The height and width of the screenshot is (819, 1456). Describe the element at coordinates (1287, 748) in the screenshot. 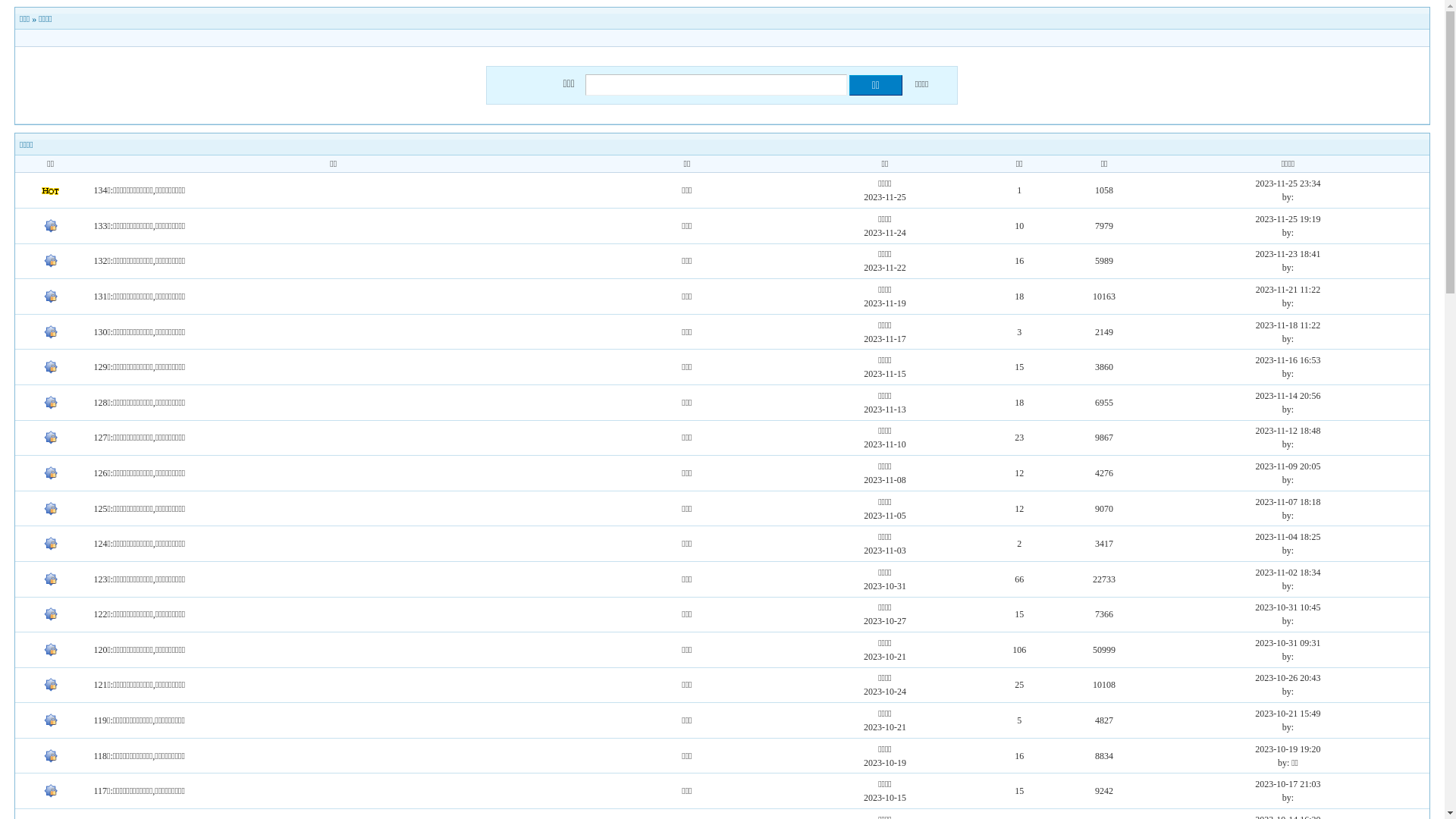

I see `'2023-10-19 19:20'` at that location.